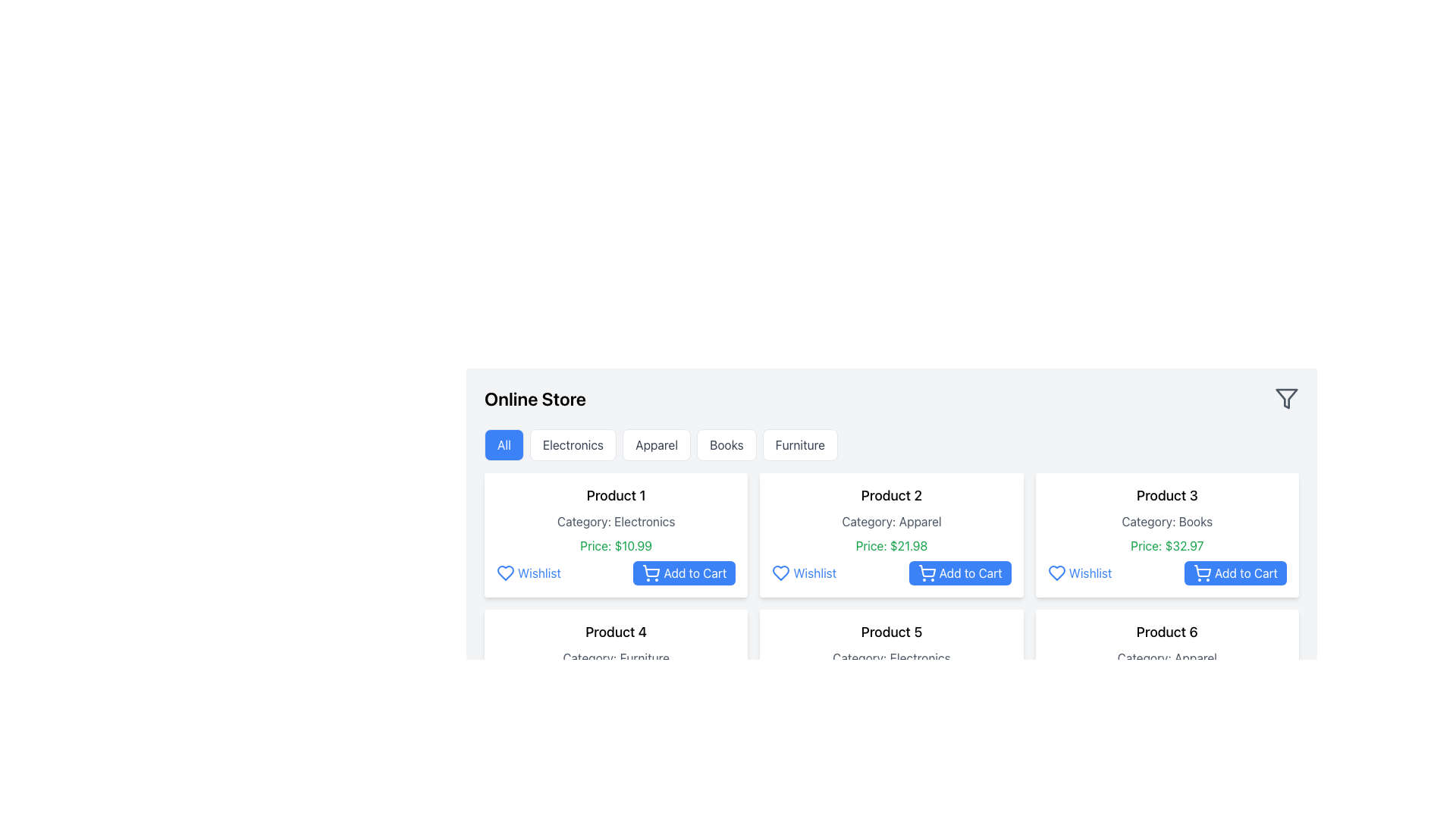 This screenshot has width=1456, height=819. I want to click on the 'Add to Cart' button for 'Product 2', so click(959, 573).